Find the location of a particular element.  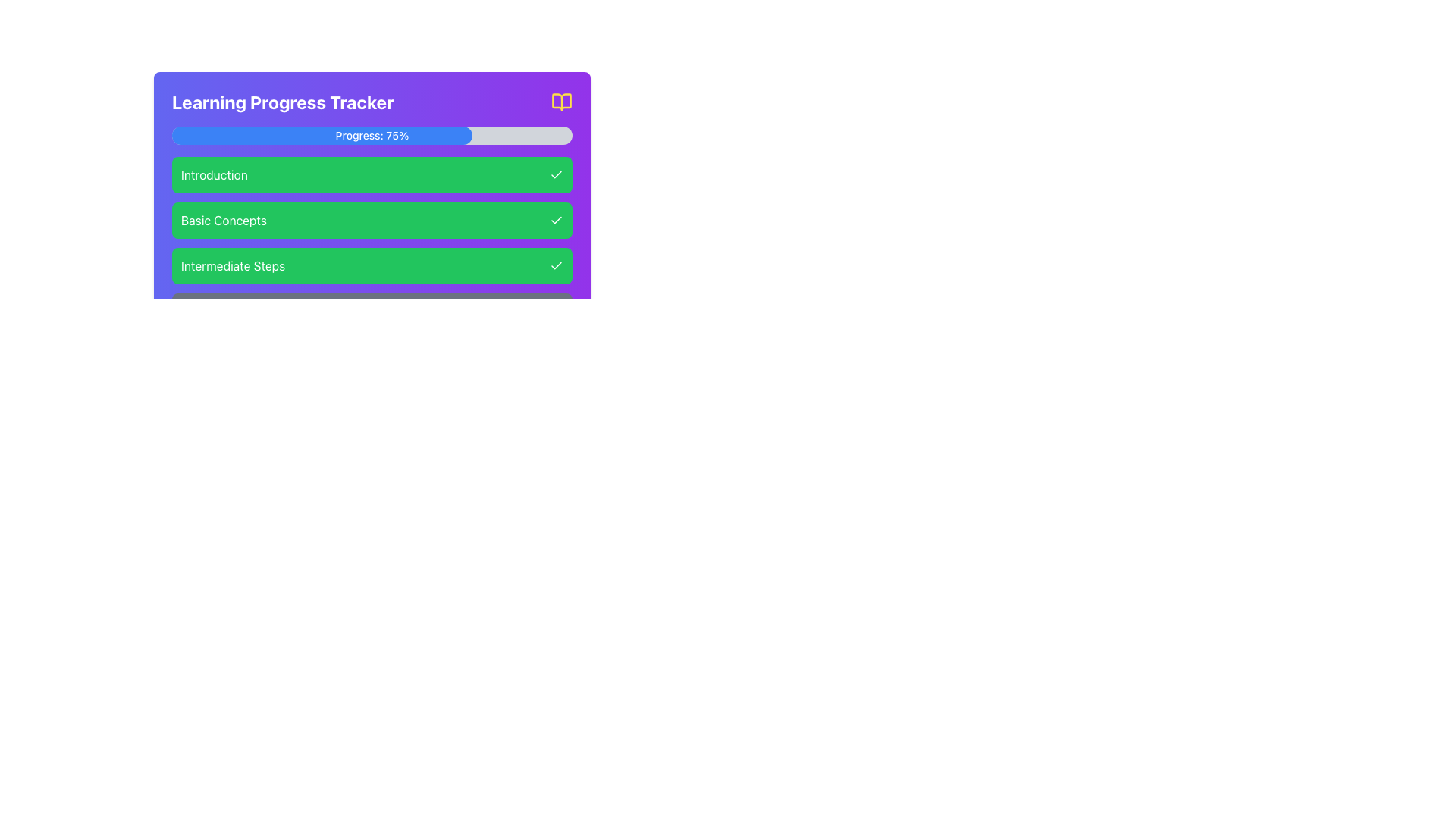

the progress bar indicating 75% completion within the 'Learning Progress Tracker' panel is located at coordinates (372, 134).